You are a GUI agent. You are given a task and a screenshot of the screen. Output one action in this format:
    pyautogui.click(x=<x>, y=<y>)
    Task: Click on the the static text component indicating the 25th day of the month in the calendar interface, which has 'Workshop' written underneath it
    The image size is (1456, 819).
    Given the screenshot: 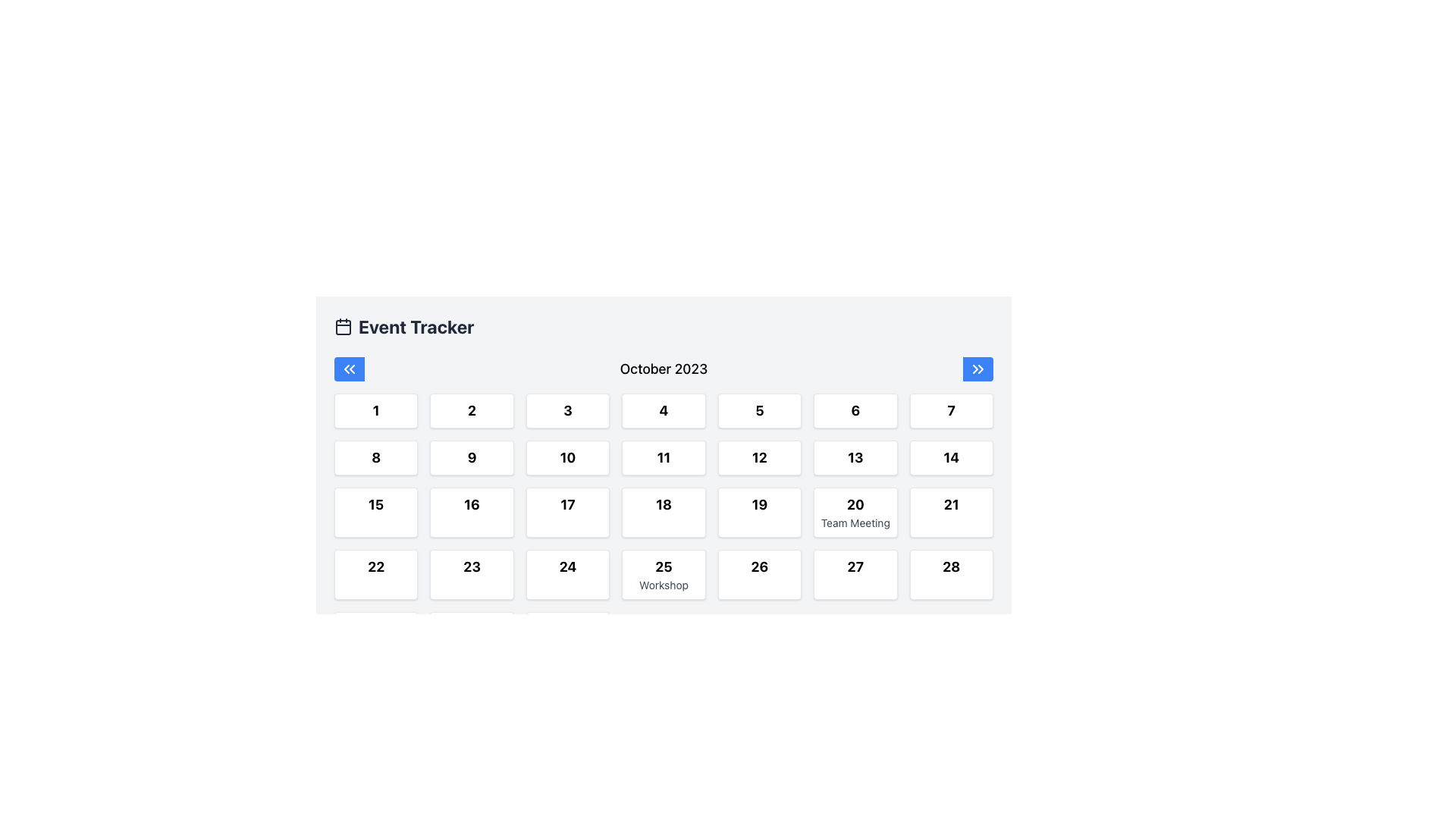 What is the action you would take?
    pyautogui.click(x=664, y=567)
    